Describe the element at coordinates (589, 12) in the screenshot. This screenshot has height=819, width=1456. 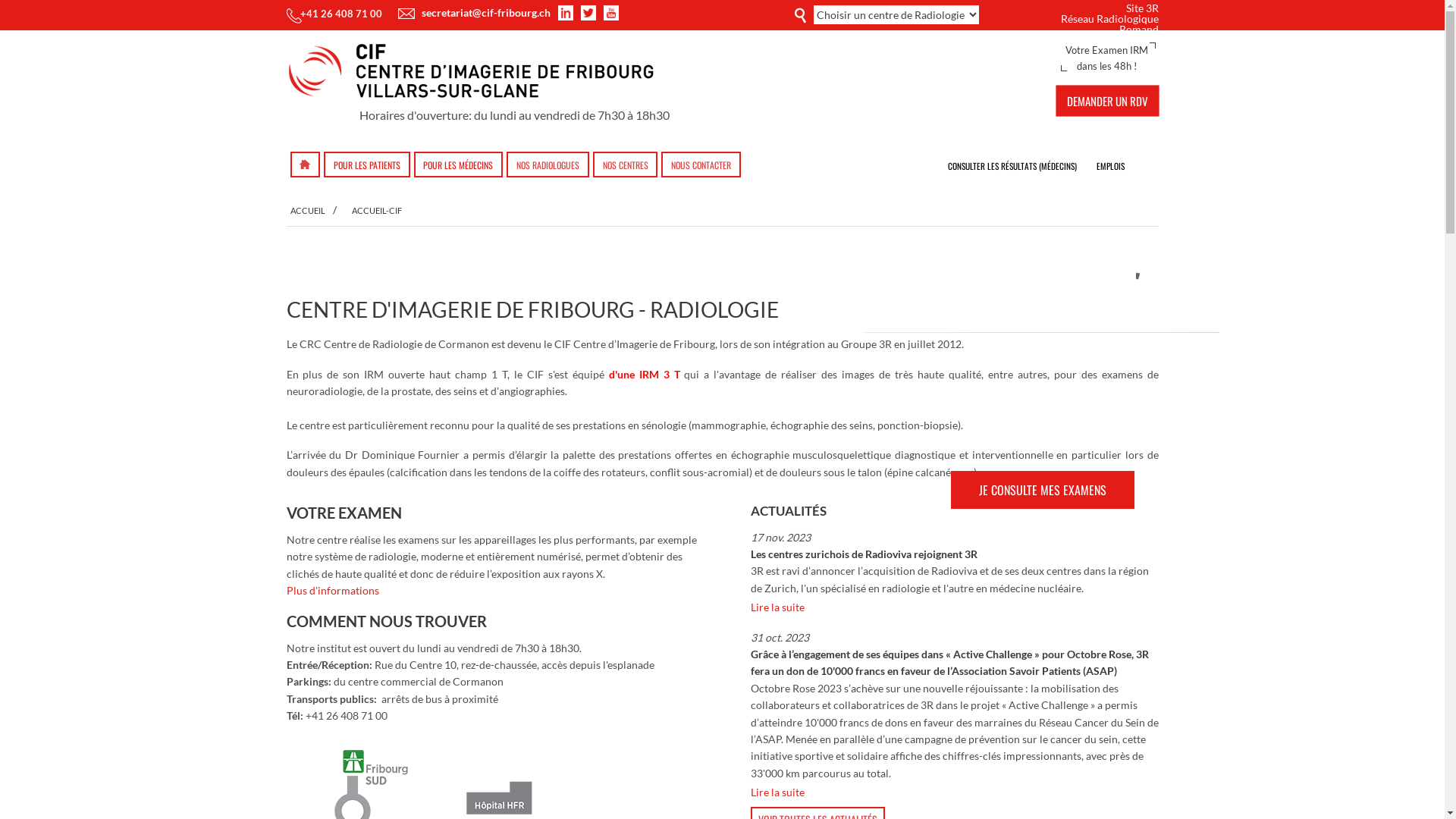
I see `'twitter'` at that location.